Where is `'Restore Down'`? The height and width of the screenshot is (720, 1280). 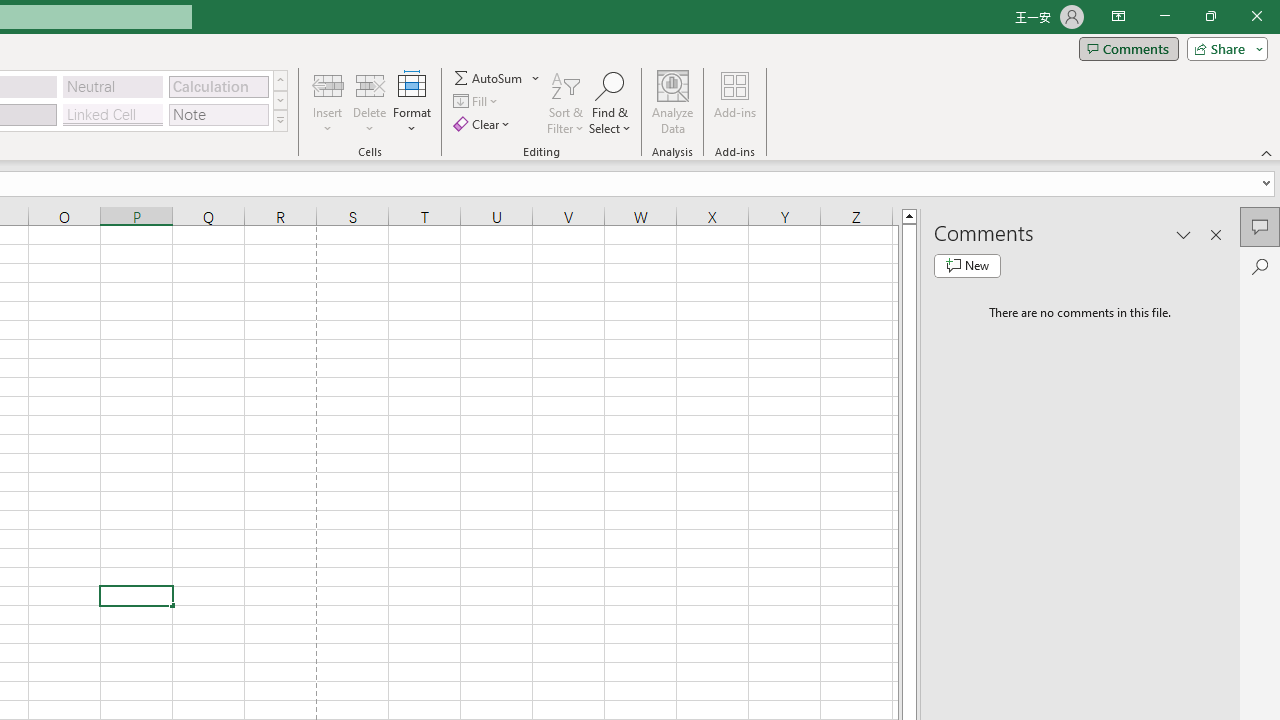
'Restore Down' is located at coordinates (1209, 16).